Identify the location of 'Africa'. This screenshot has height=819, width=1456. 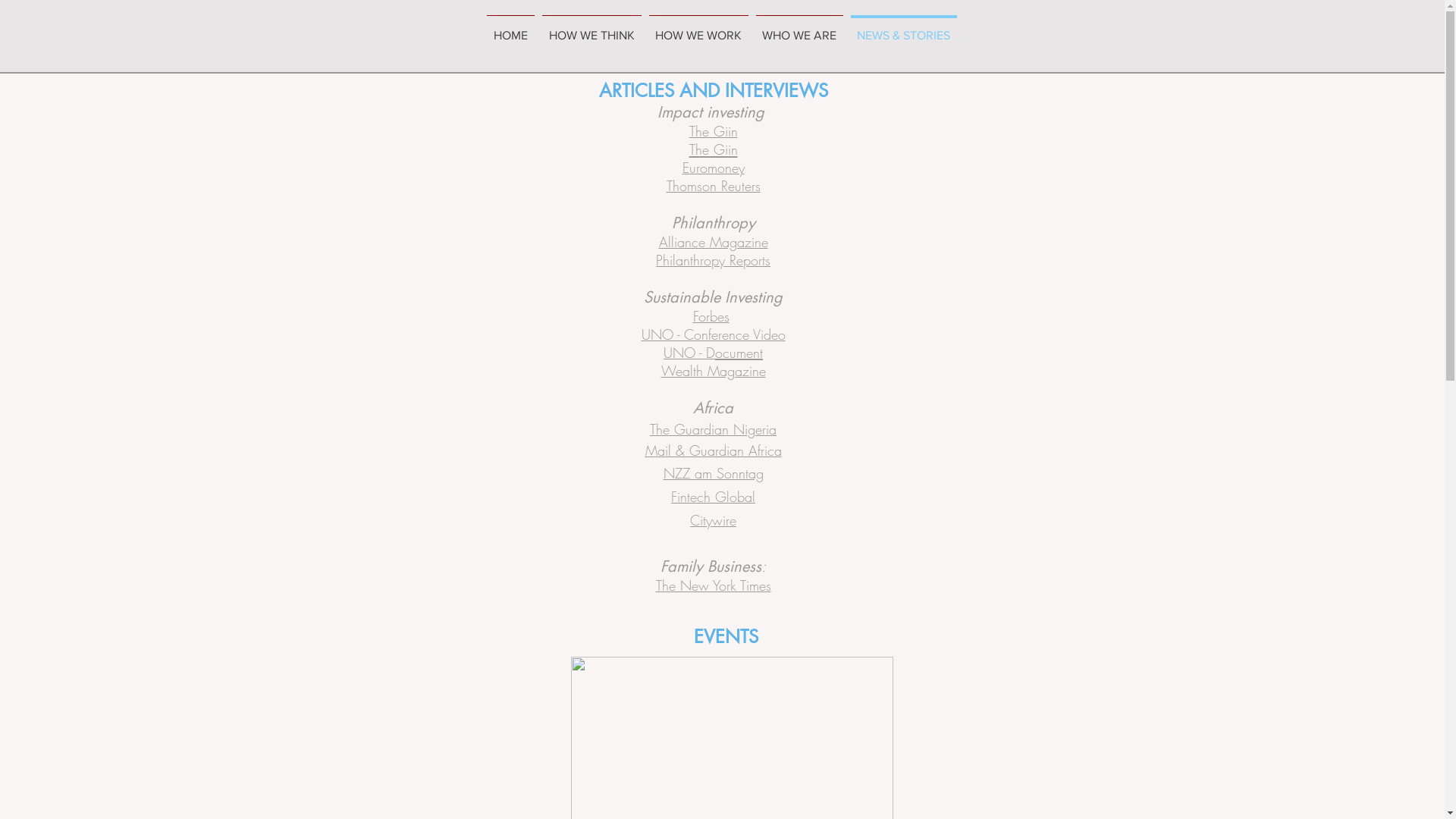
(712, 406).